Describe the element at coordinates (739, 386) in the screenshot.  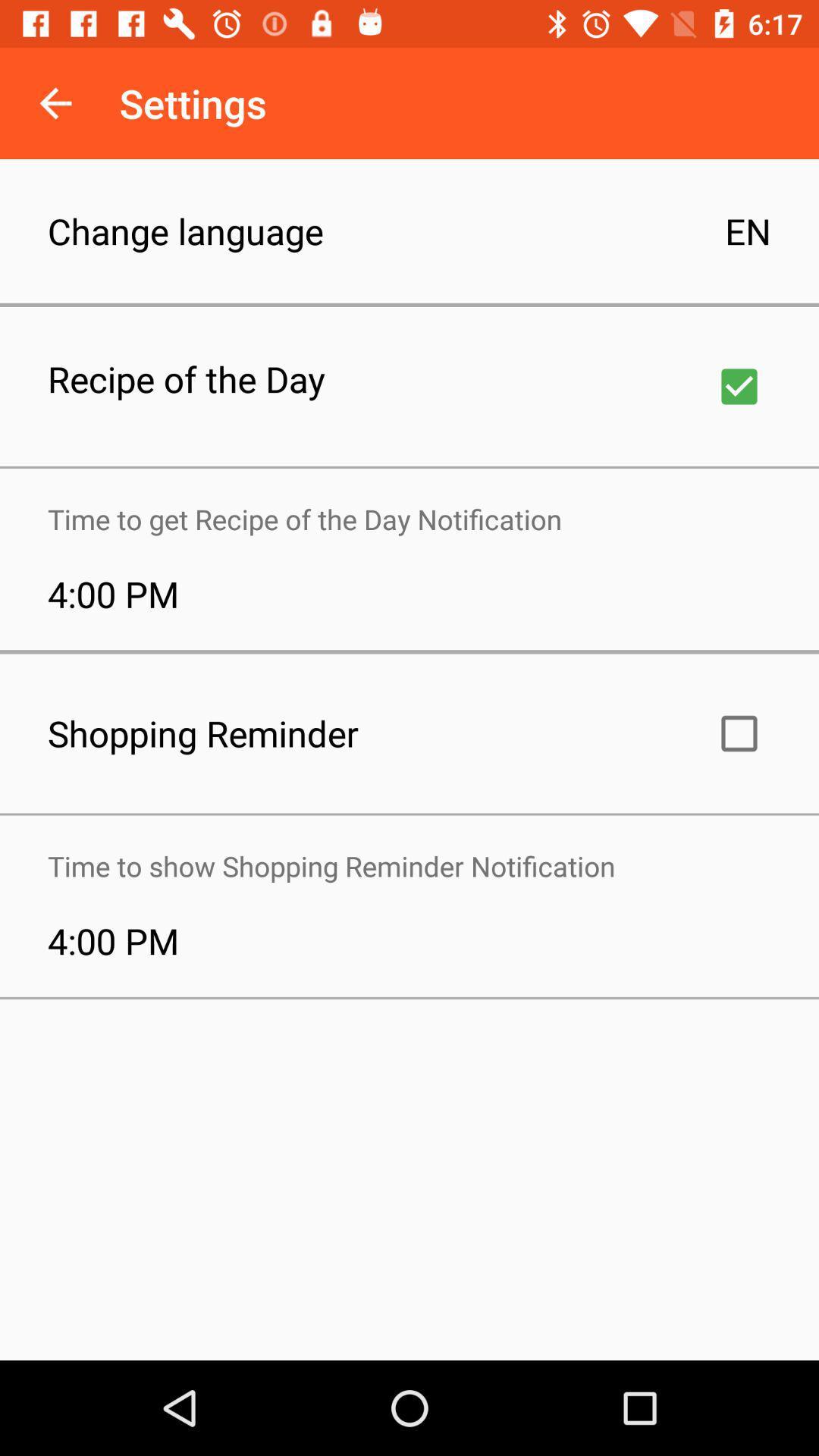
I see `turn on recipe of the day notification` at that location.